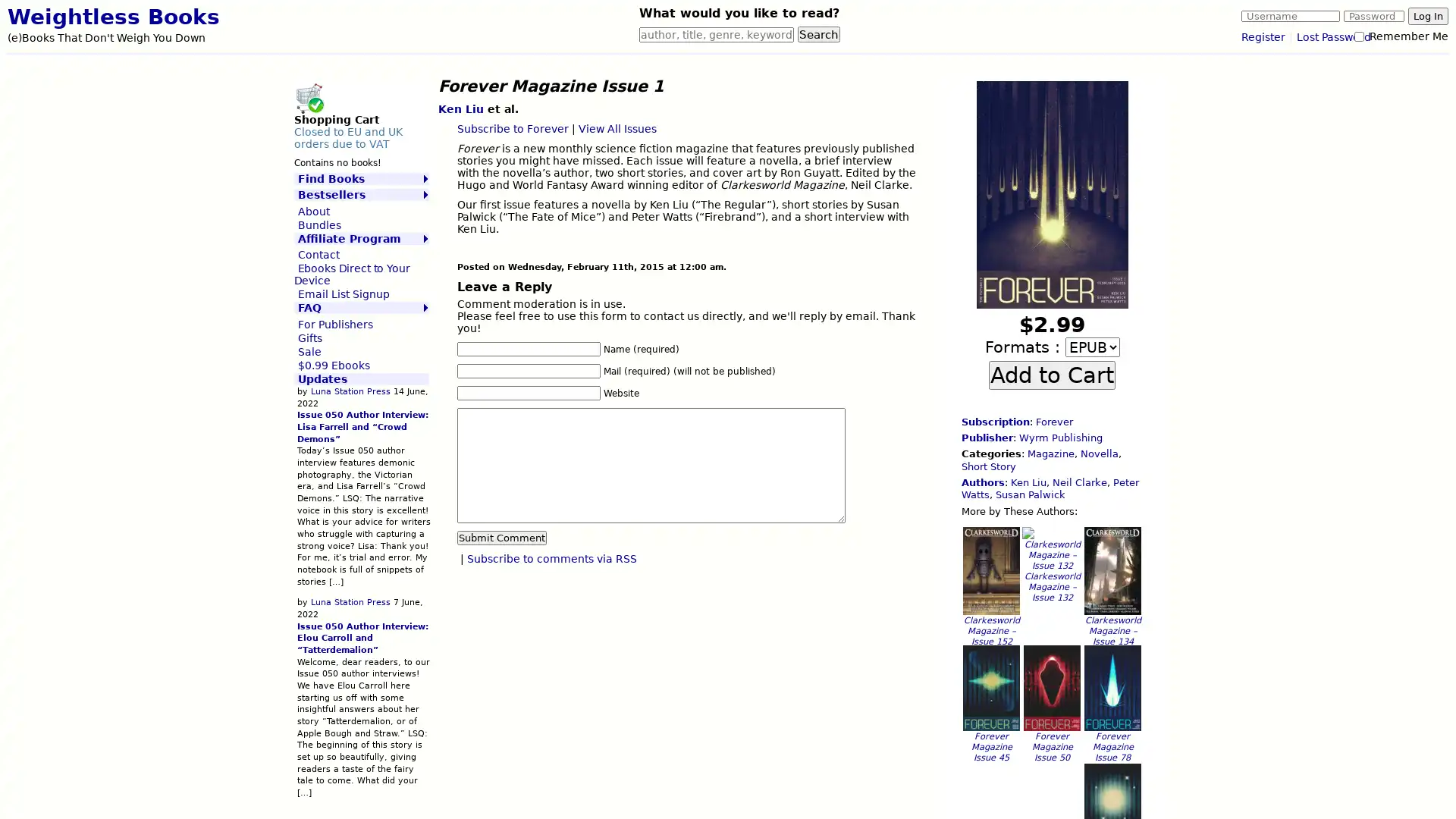 The image size is (1456, 819). Describe the element at coordinates (1427, 16) in the screenshot. I see `Log In` at that location.